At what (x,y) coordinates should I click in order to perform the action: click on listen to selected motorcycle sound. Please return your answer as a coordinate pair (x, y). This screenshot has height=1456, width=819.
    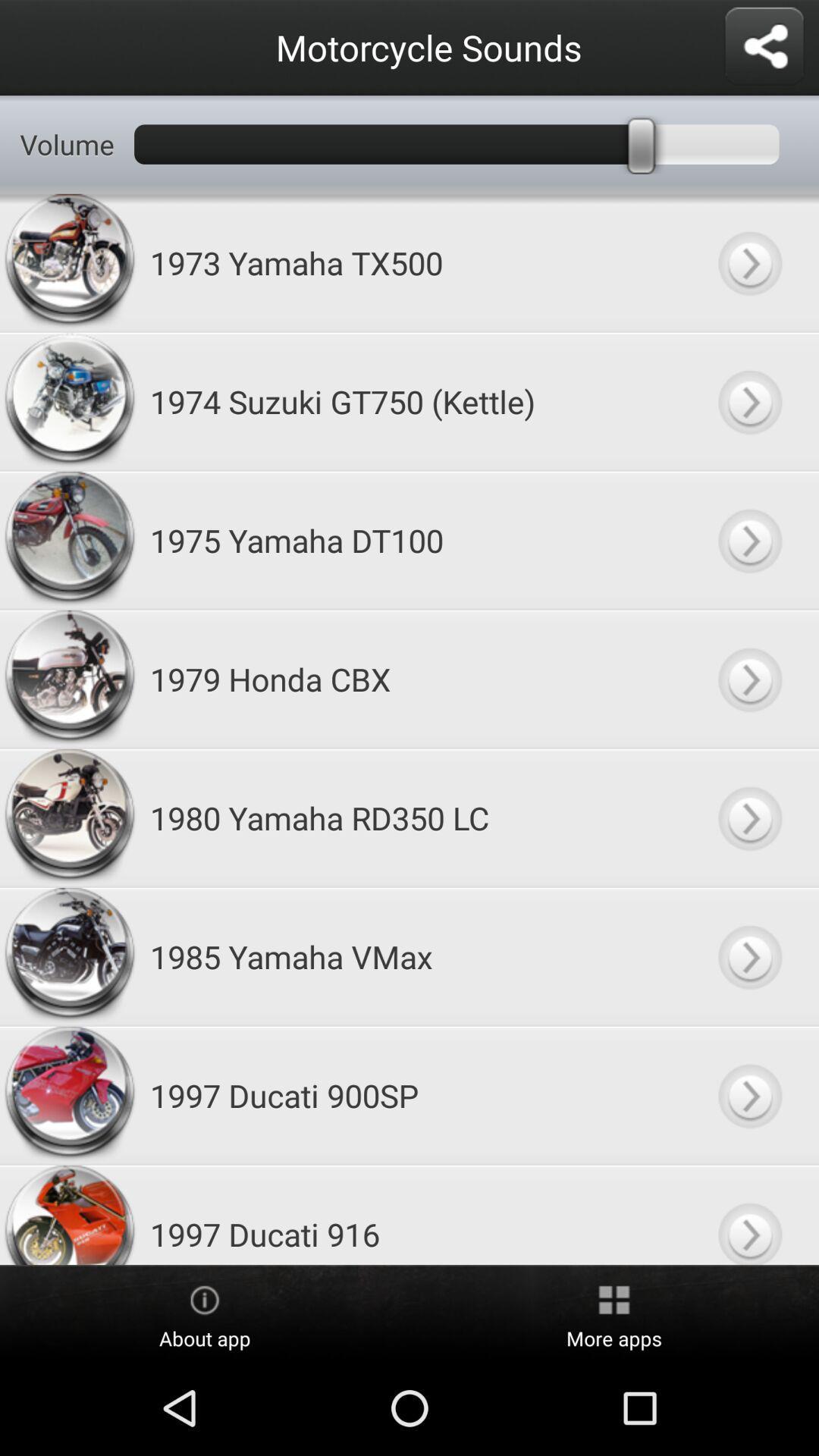
    Looking at the image, I should click on (748, 817).